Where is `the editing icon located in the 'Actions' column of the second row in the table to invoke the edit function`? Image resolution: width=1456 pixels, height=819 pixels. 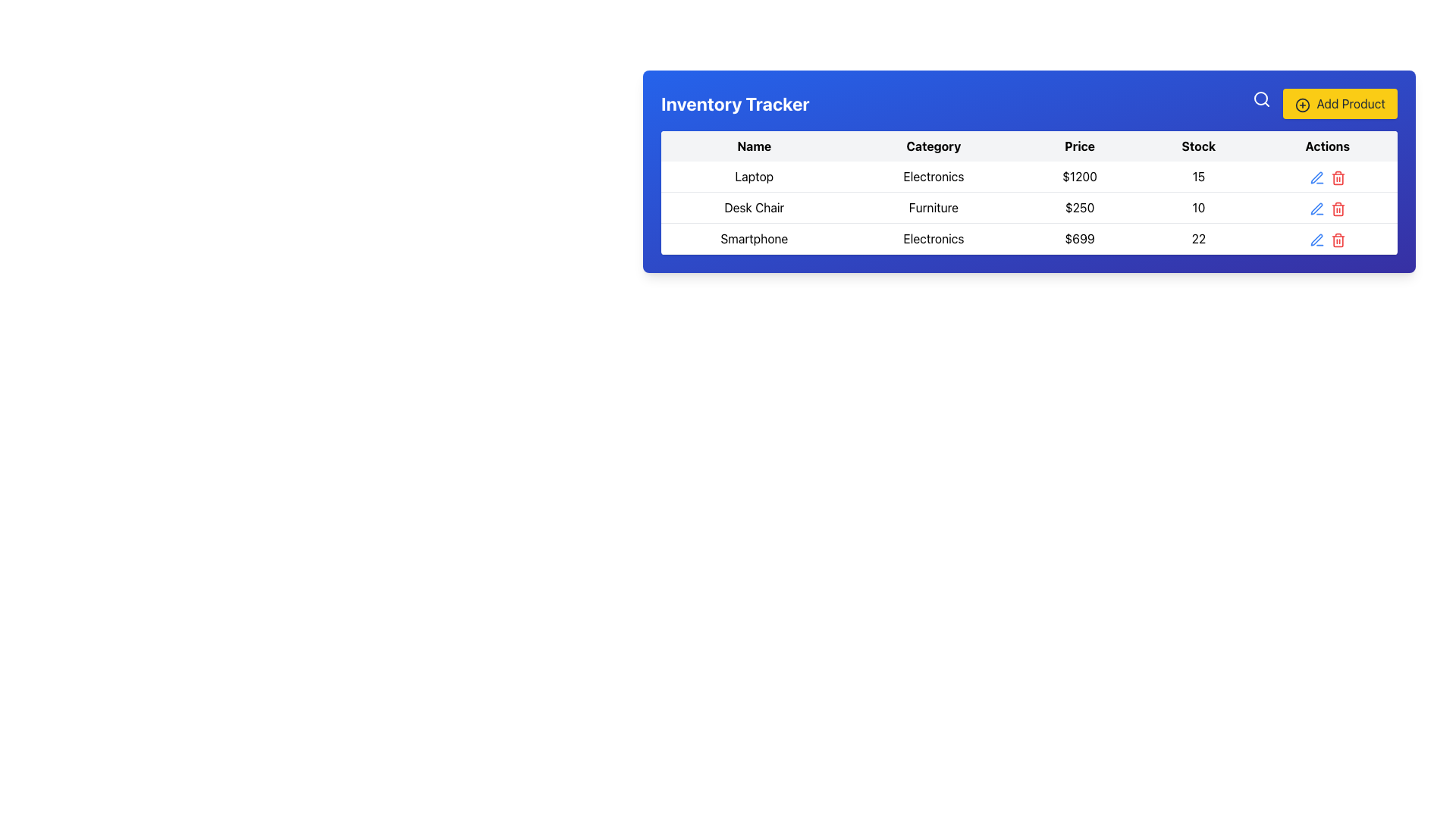
the editing icon located in the 'Actions' column of the second row in the table to invoke the edit function is located at coordinates (1316, 207).